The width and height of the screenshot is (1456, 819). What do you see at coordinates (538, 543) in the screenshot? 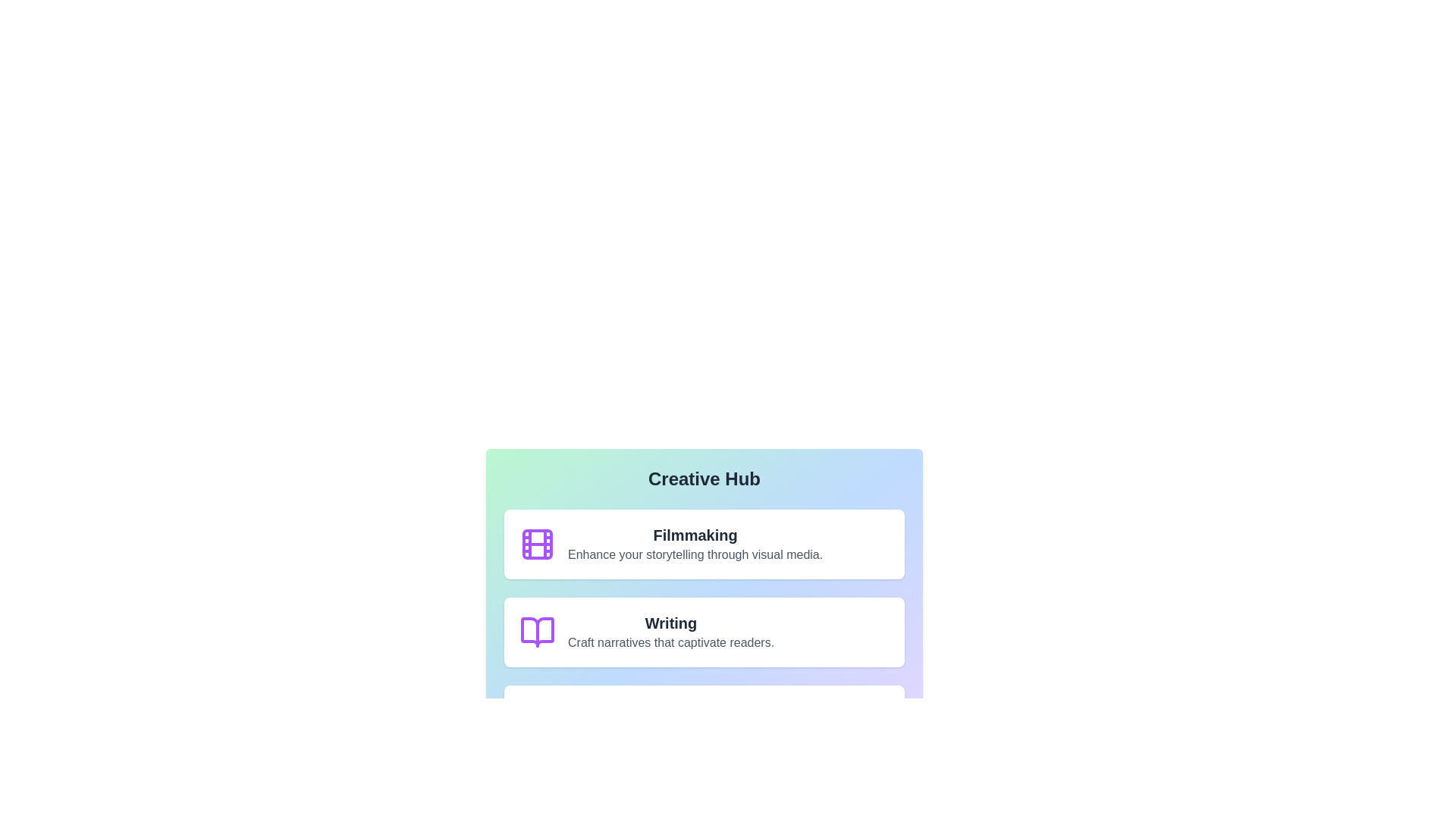
I see `the icon associated with Filmmaking` at bounding box center [538, 543].